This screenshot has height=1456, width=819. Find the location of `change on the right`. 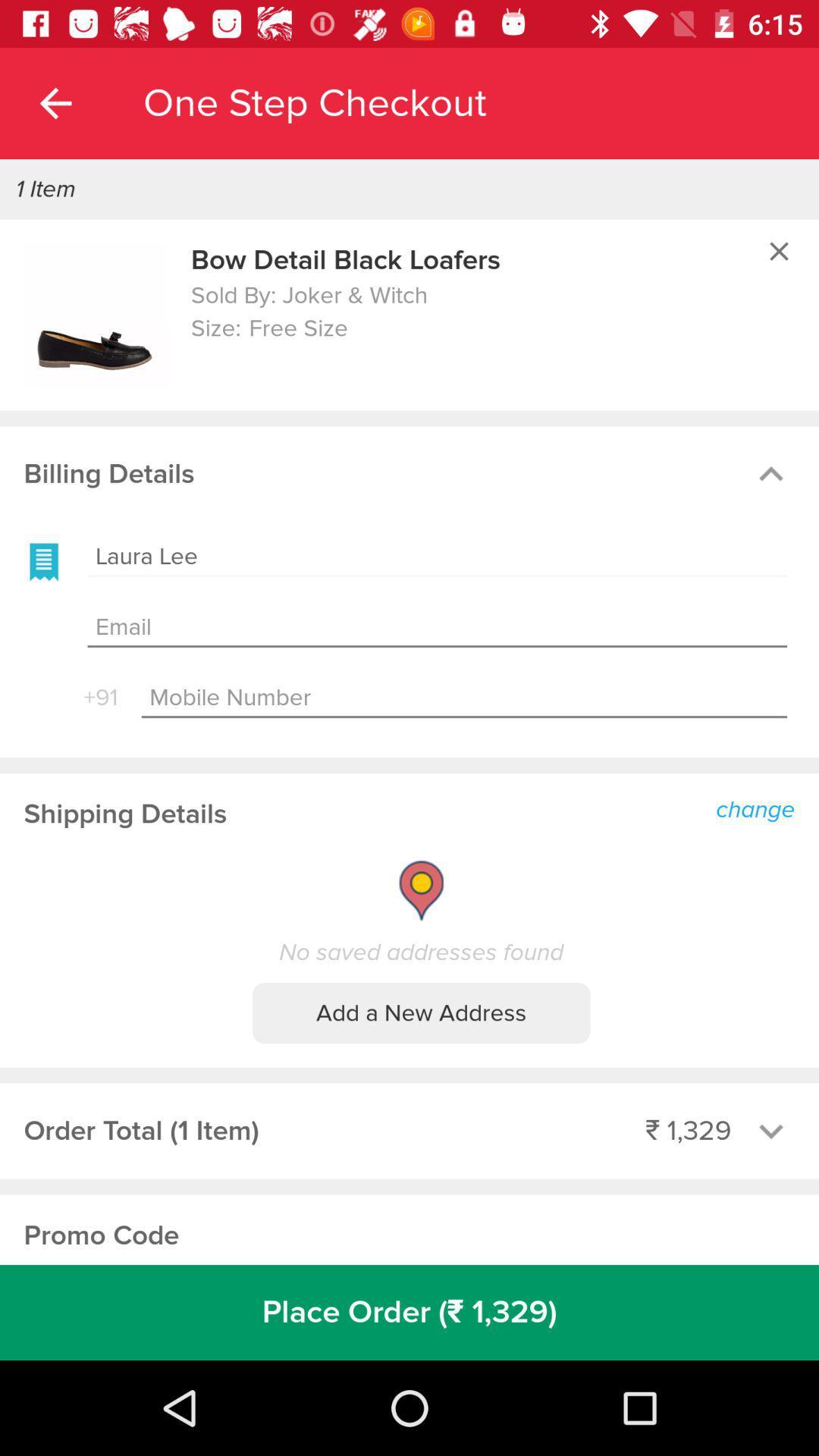

change on the right is located at coordinates (759, 807).